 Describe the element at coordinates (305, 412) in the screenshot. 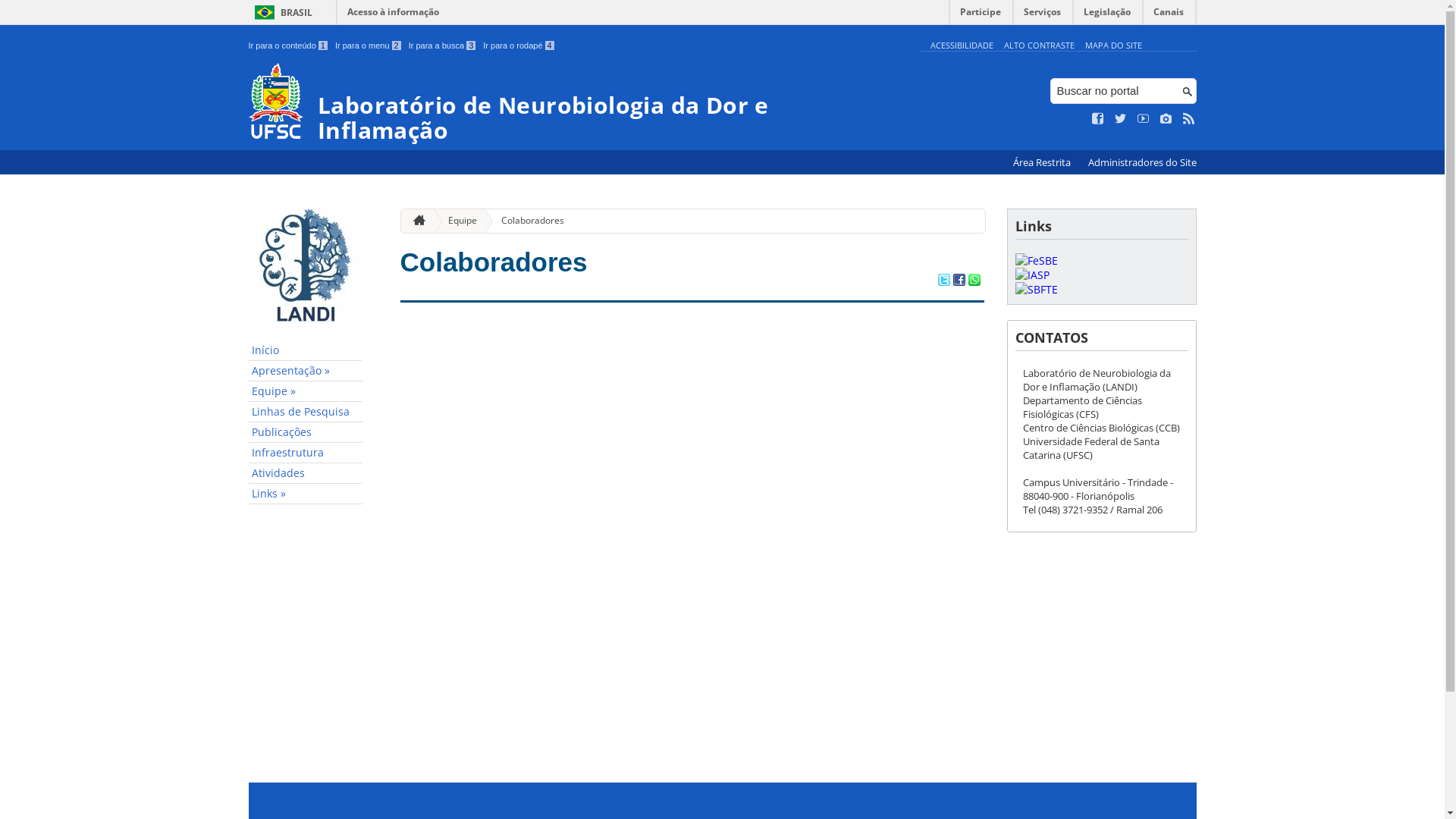

I see `'Linhas de Pesquisa'` at that location.